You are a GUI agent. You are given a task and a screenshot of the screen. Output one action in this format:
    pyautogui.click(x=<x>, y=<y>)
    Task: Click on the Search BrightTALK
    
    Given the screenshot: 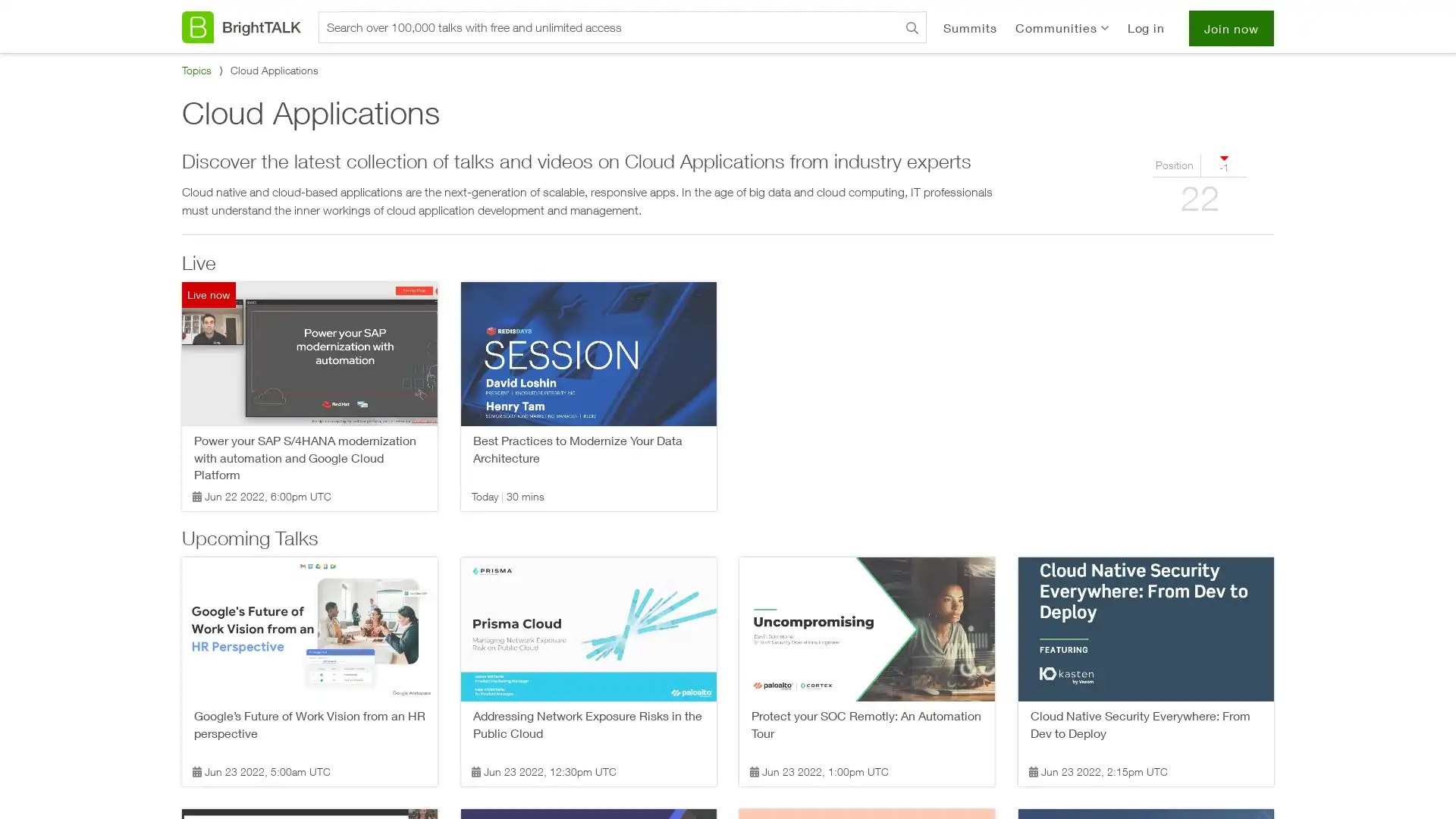 What is the action you would take?
    pyautogui.click(x=912, y=29)
    